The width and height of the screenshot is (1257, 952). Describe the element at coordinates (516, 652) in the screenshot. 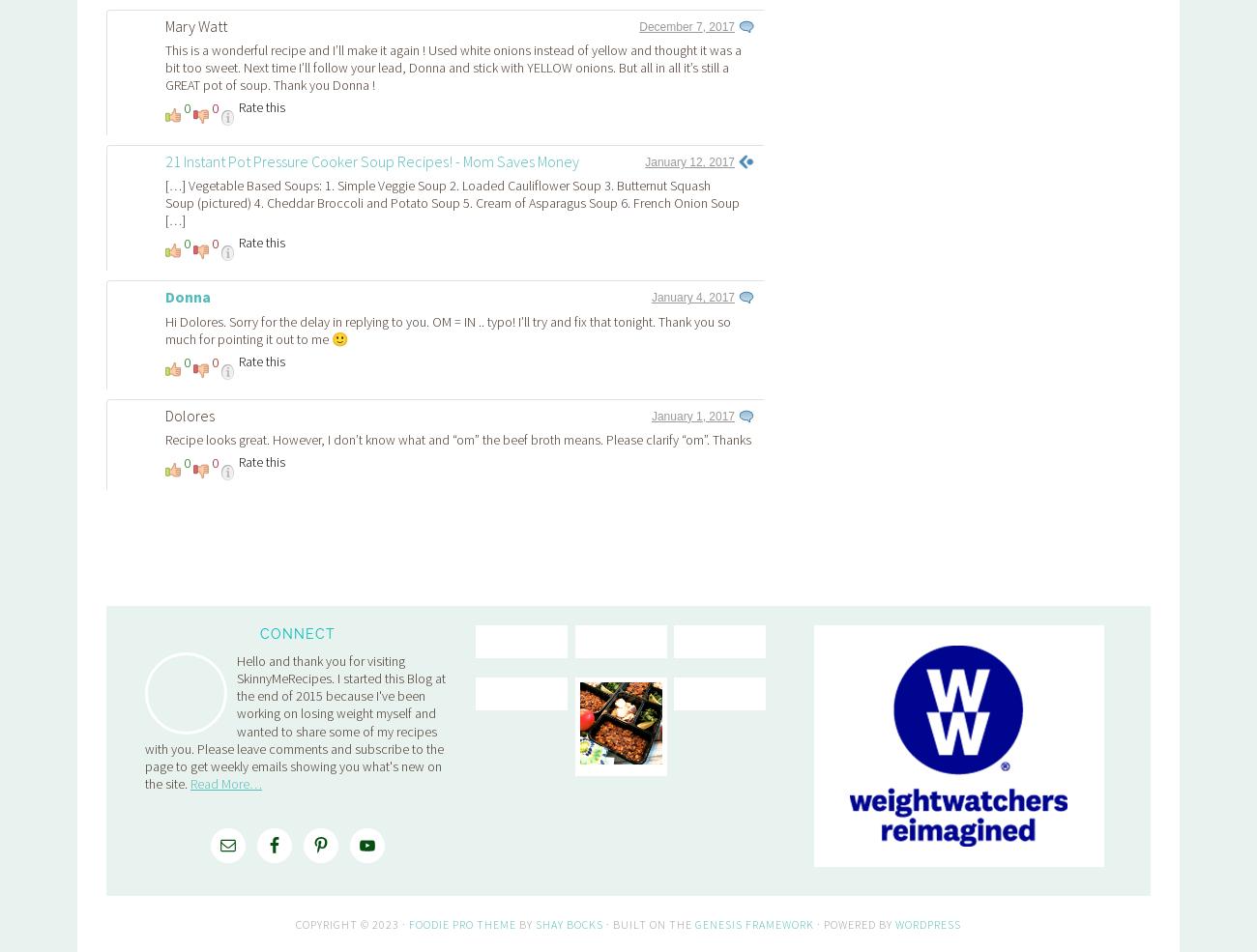

I see `'by'` at that location.